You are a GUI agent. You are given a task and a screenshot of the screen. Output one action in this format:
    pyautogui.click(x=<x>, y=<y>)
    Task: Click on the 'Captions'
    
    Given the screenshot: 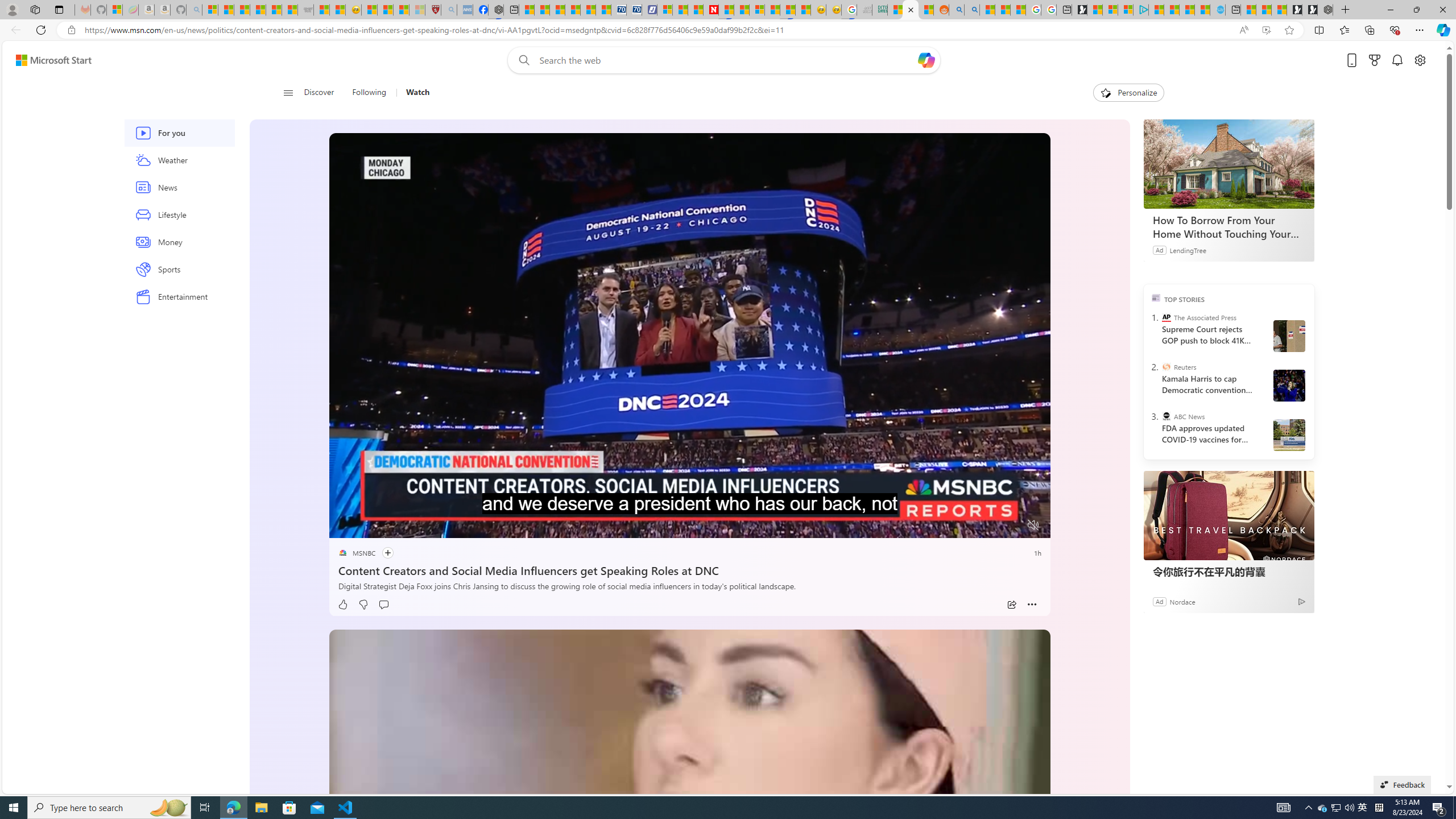 What is the action you would take?
    pyautogui.click(x=988, y=525)
    